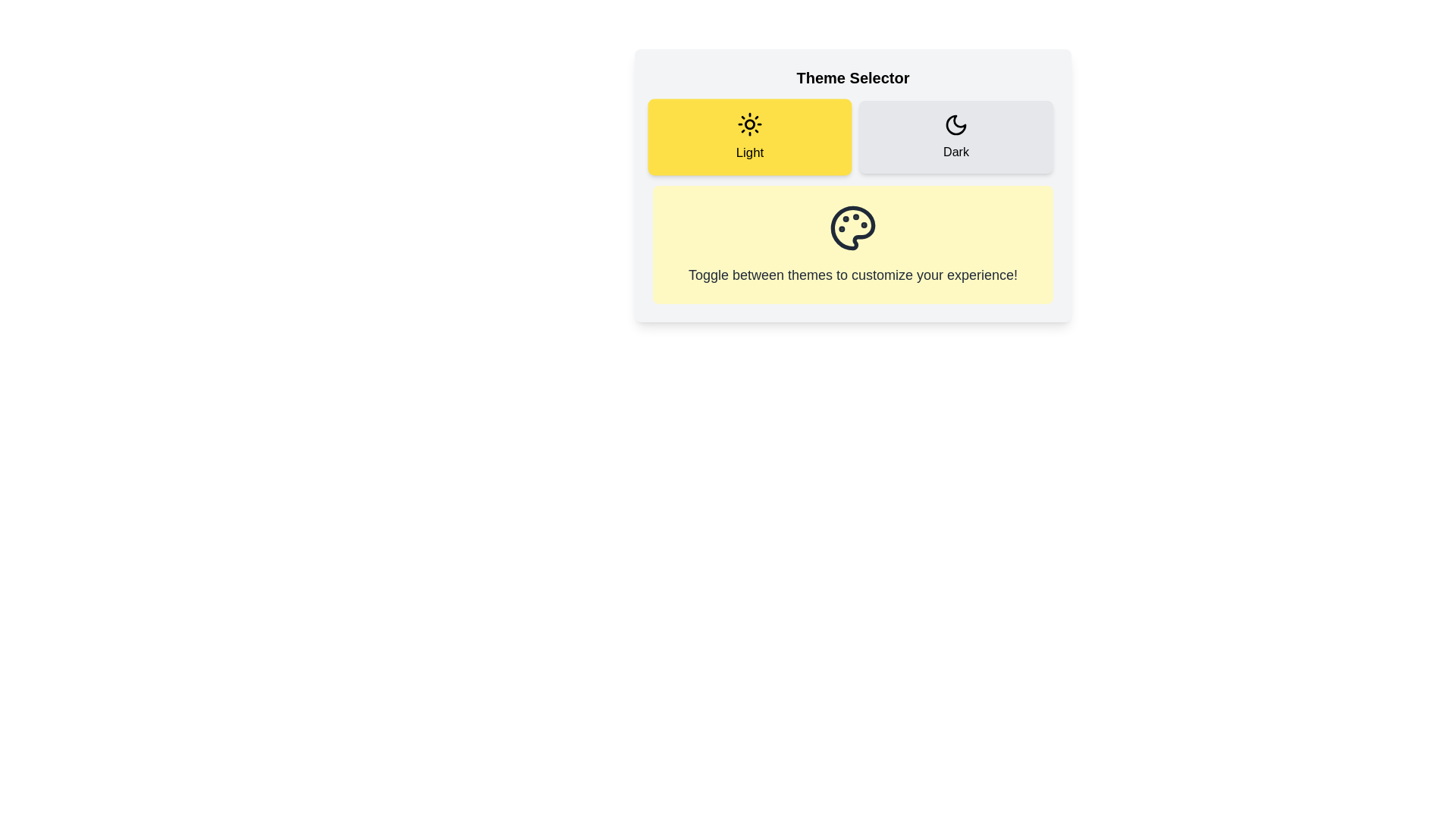 This screenshot has width=1456, height=819. I want to click on the 'Light' theme icon located centrally within the left yellow selection card for theme selection, so click(749, 124).